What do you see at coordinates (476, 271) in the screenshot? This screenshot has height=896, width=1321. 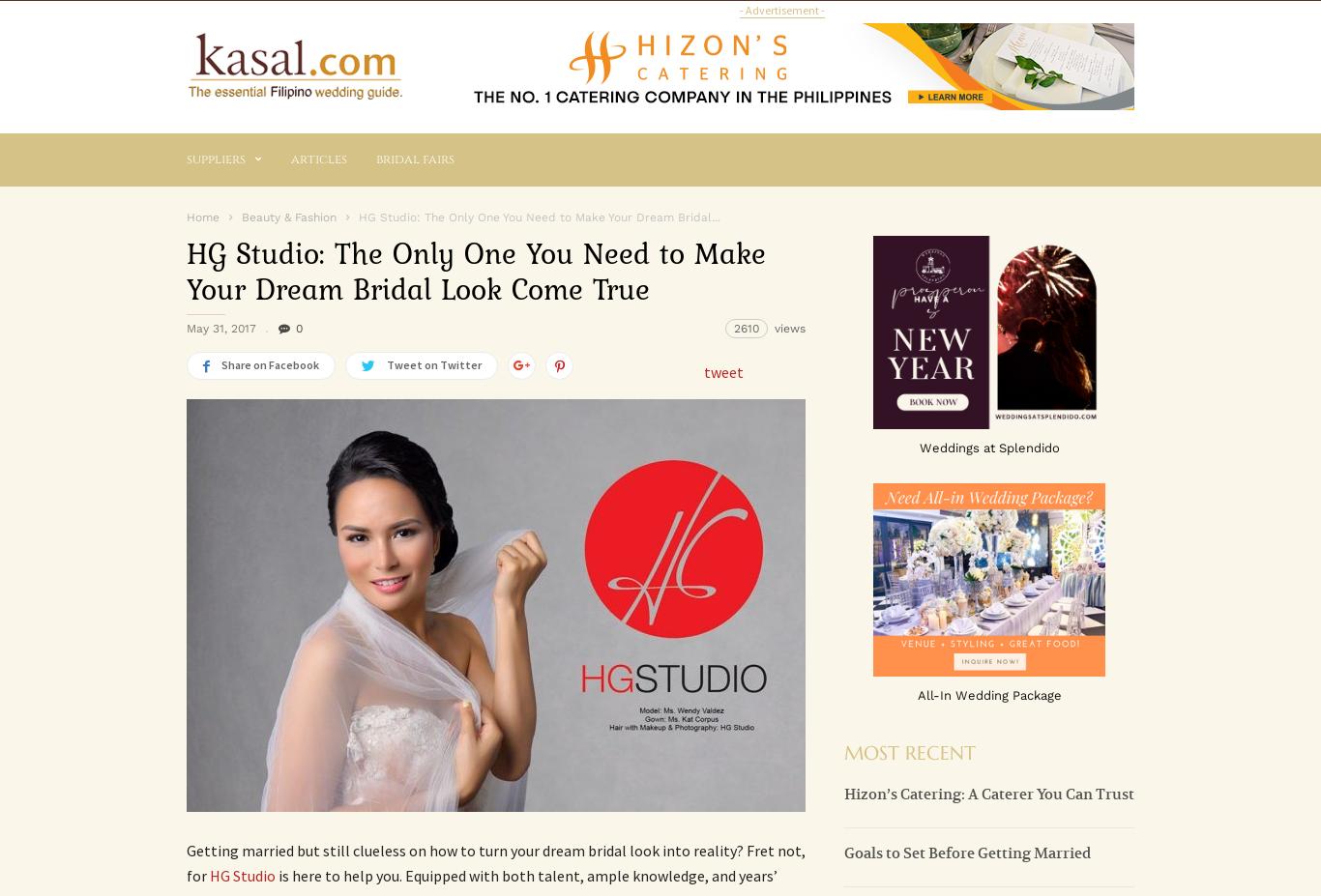 I see `'HG Studio: The Only One You Need to Make Your Dream Bridal Look Come True'` at bounding box center [476, 271].